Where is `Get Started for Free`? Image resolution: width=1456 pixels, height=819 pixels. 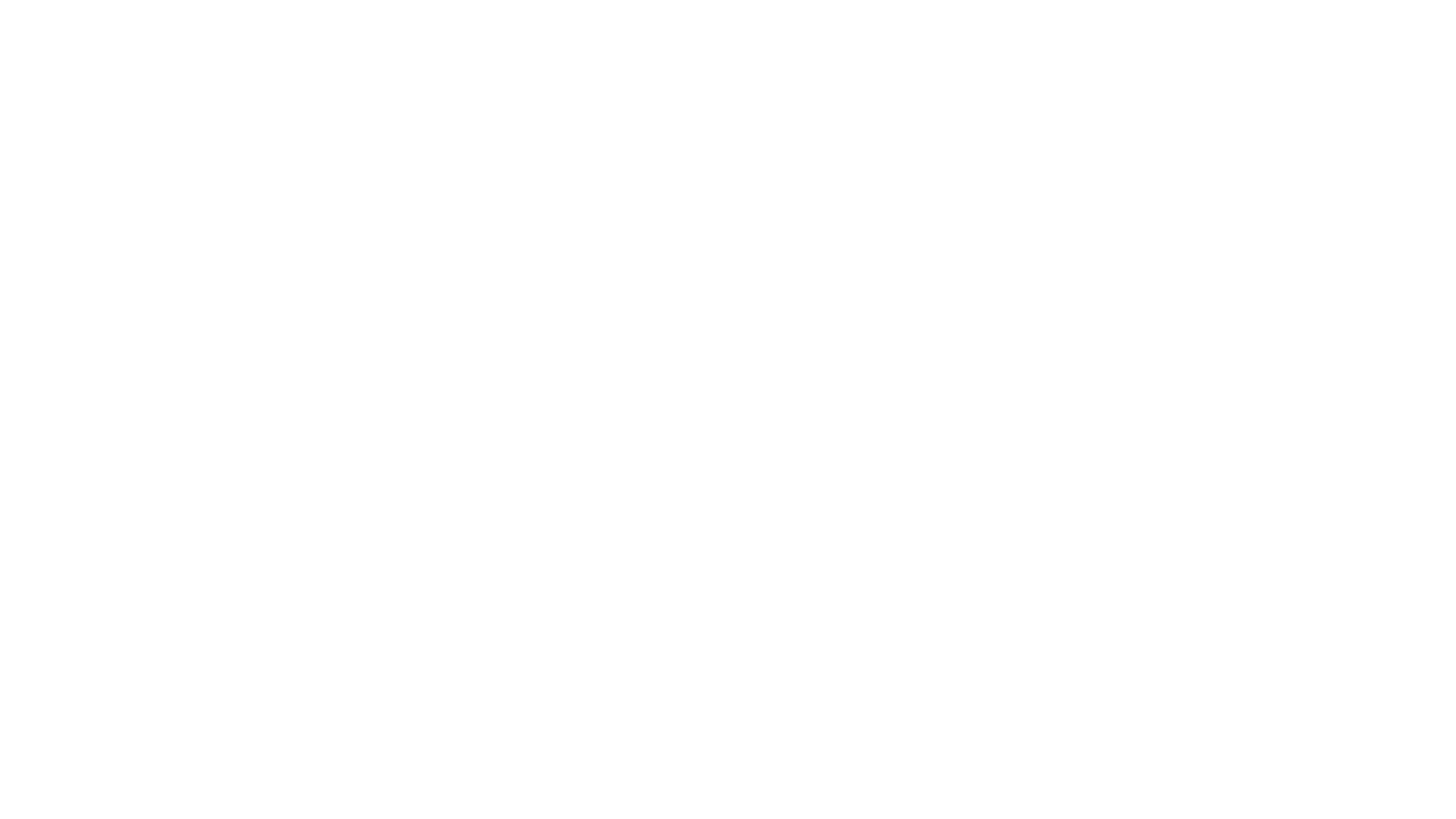
Get Started for Free is located at coordinates (330, 554).